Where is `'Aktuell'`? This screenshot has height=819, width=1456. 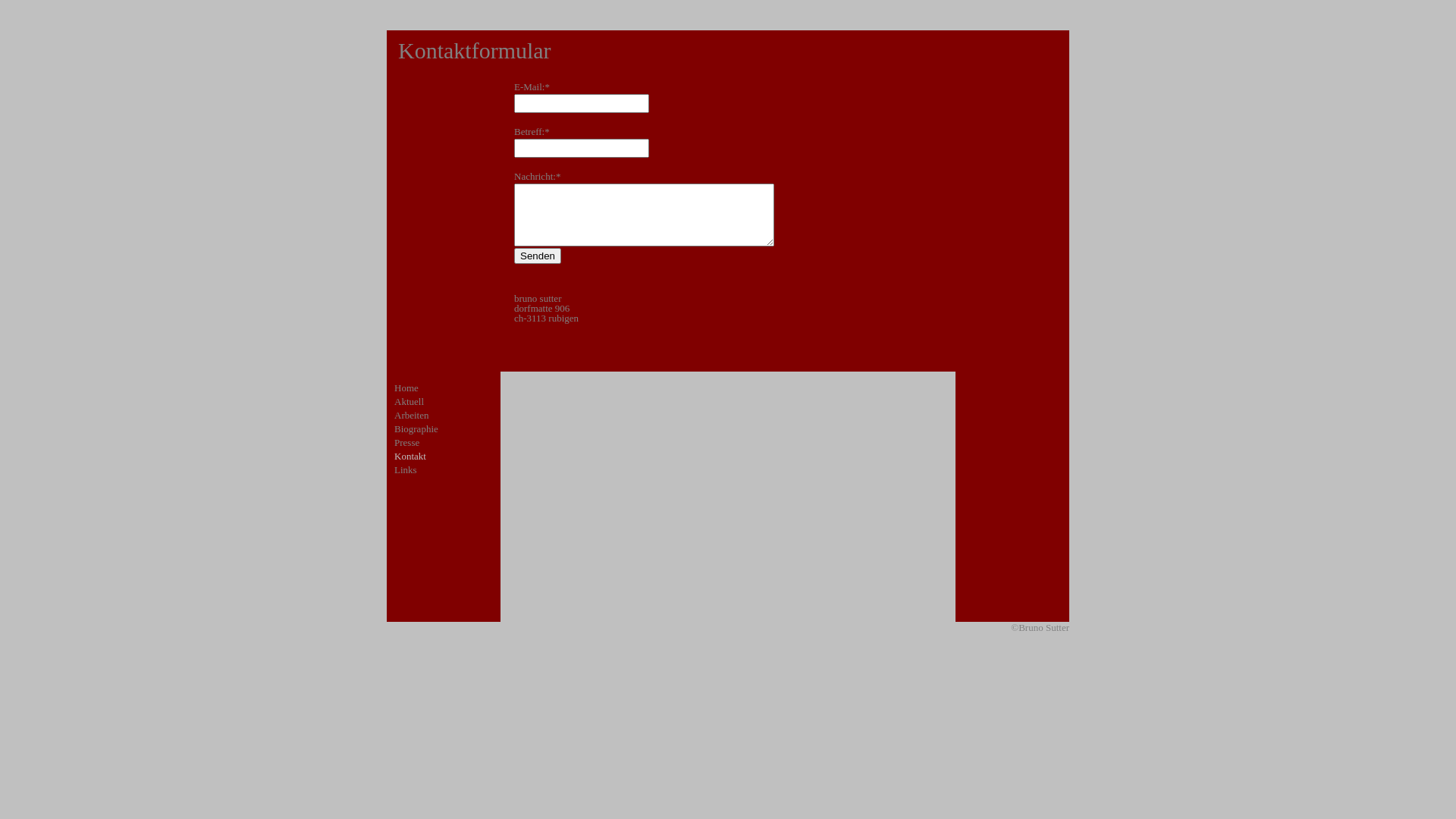 'Aktuell' is located at coordinates (409, 400).